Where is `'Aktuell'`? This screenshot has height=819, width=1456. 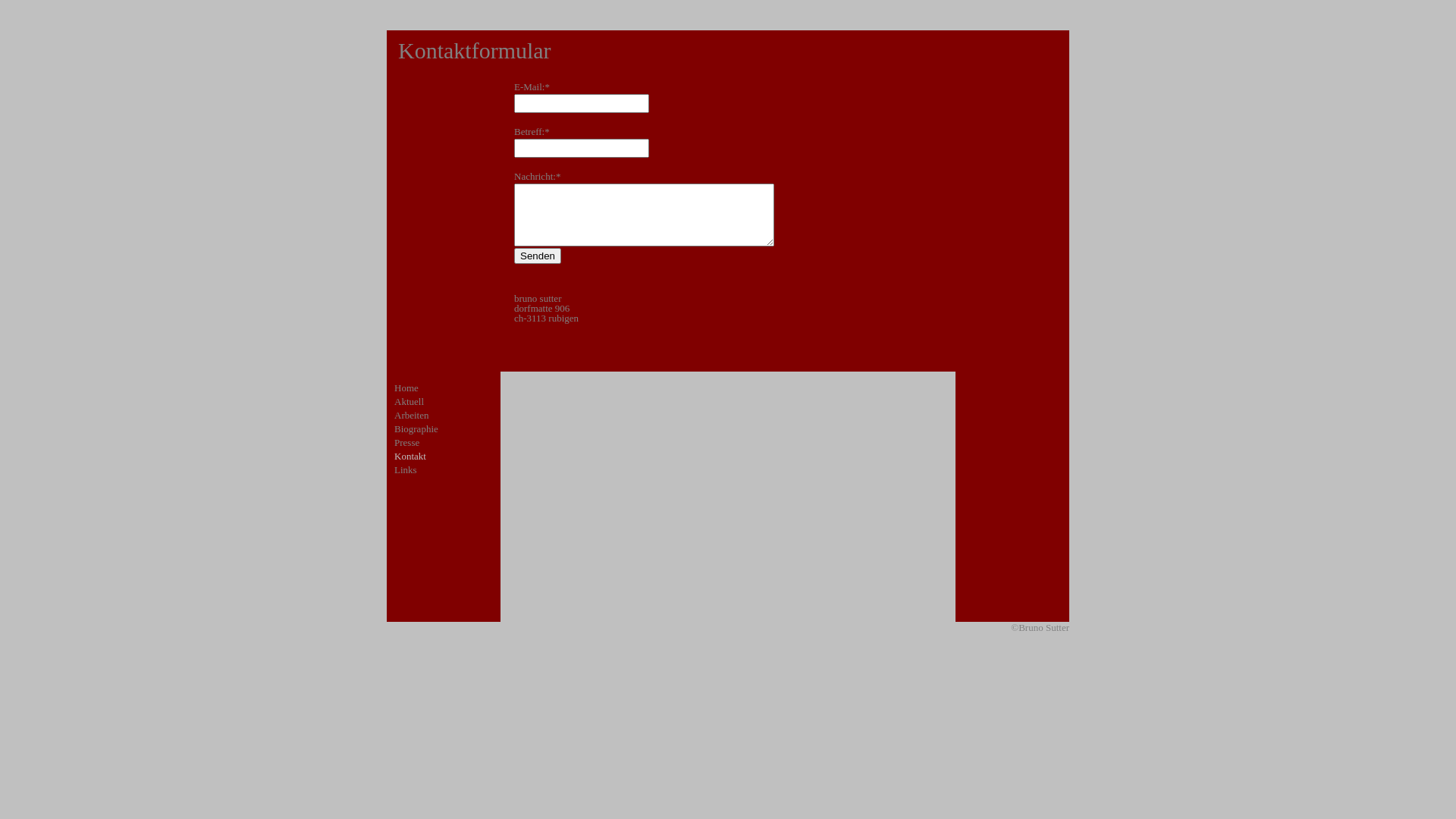 'Aktuell' is located at coordinates (409, 400).